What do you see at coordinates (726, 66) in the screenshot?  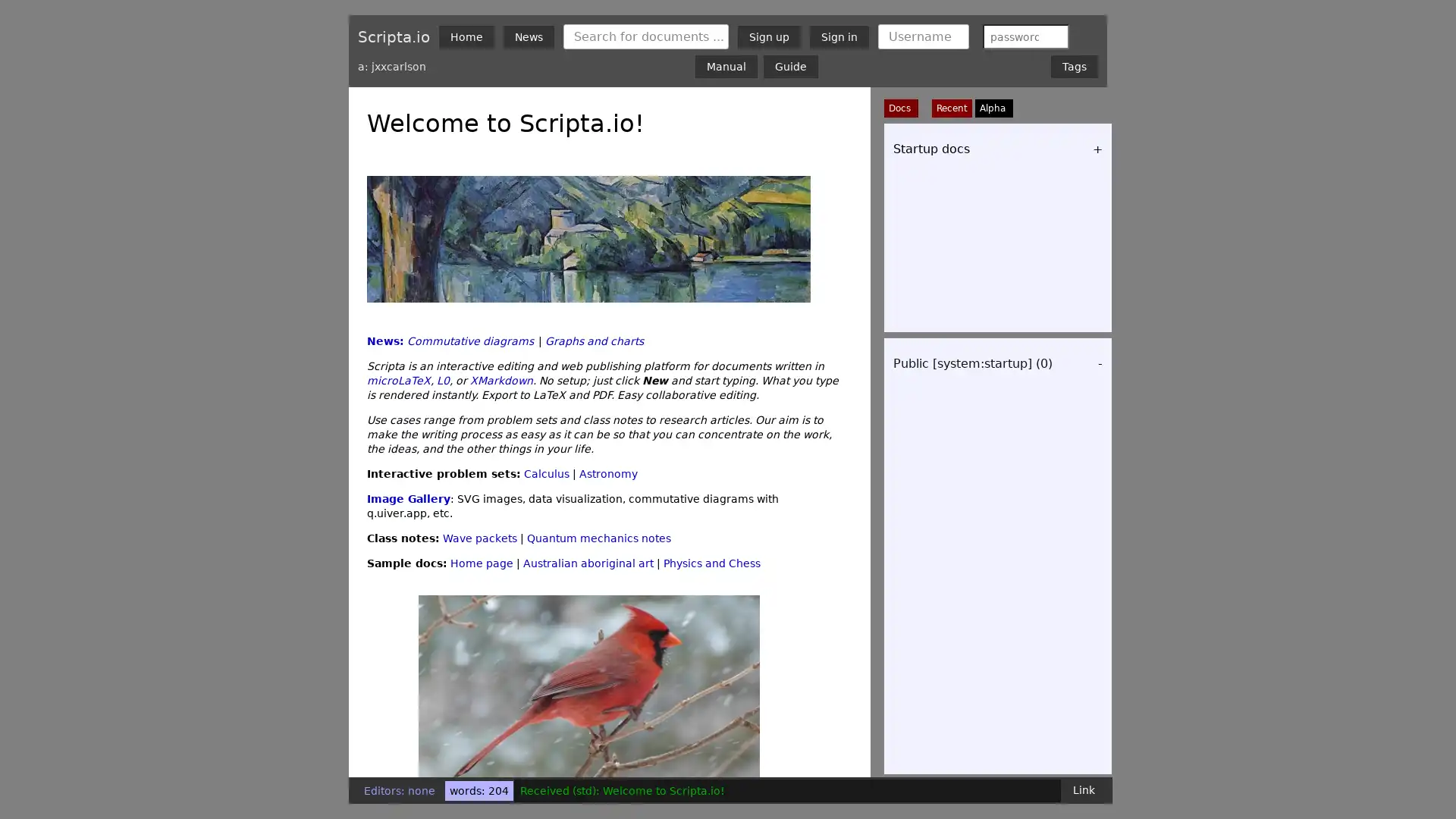 I see `Manual Manuals, templates, answers to common questions` at bounding box center [726, 66].